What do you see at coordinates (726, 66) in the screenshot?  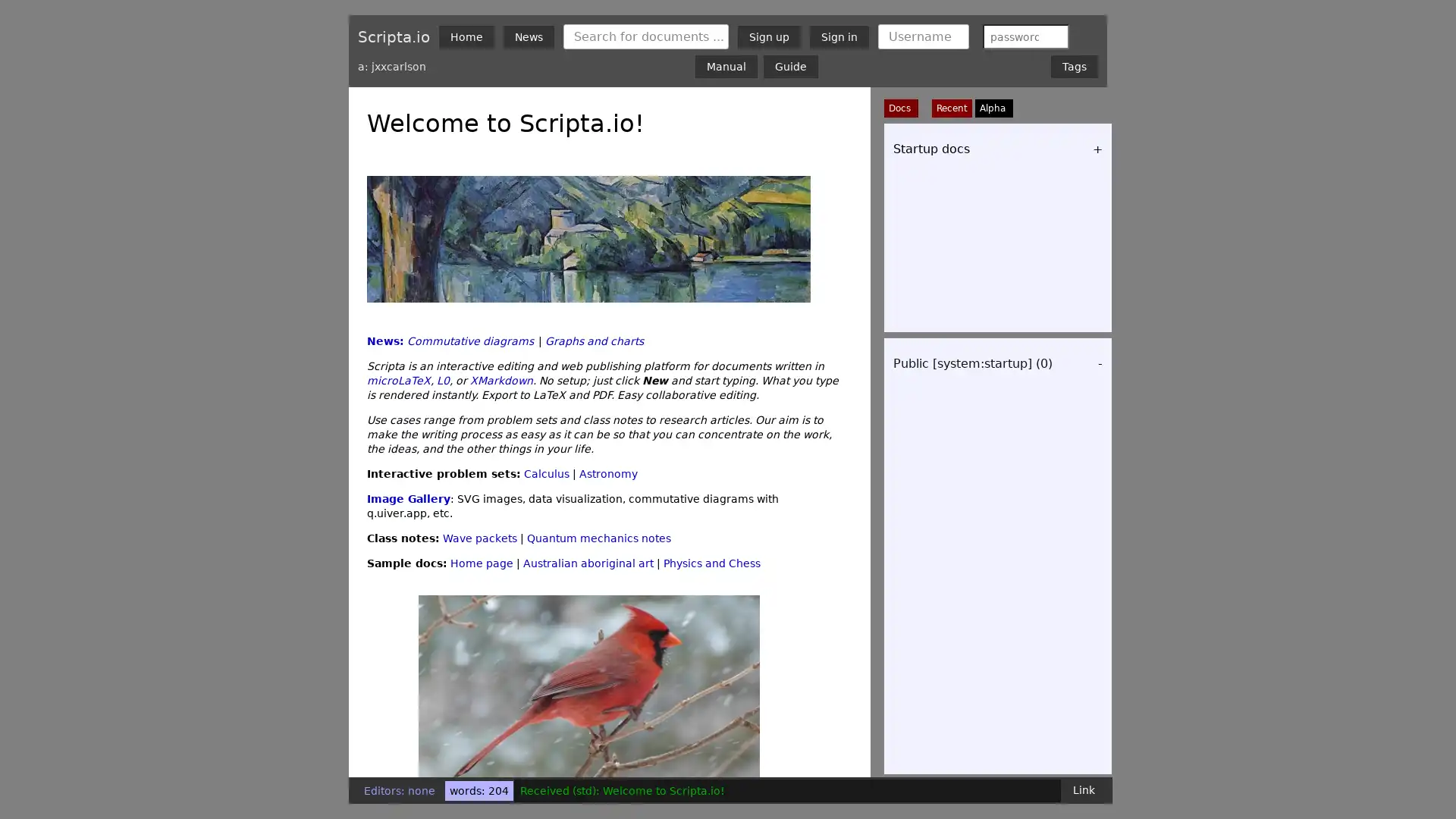 I see `Manual Manuals, templates, answers to common questions` at bounding box center [726, 66].